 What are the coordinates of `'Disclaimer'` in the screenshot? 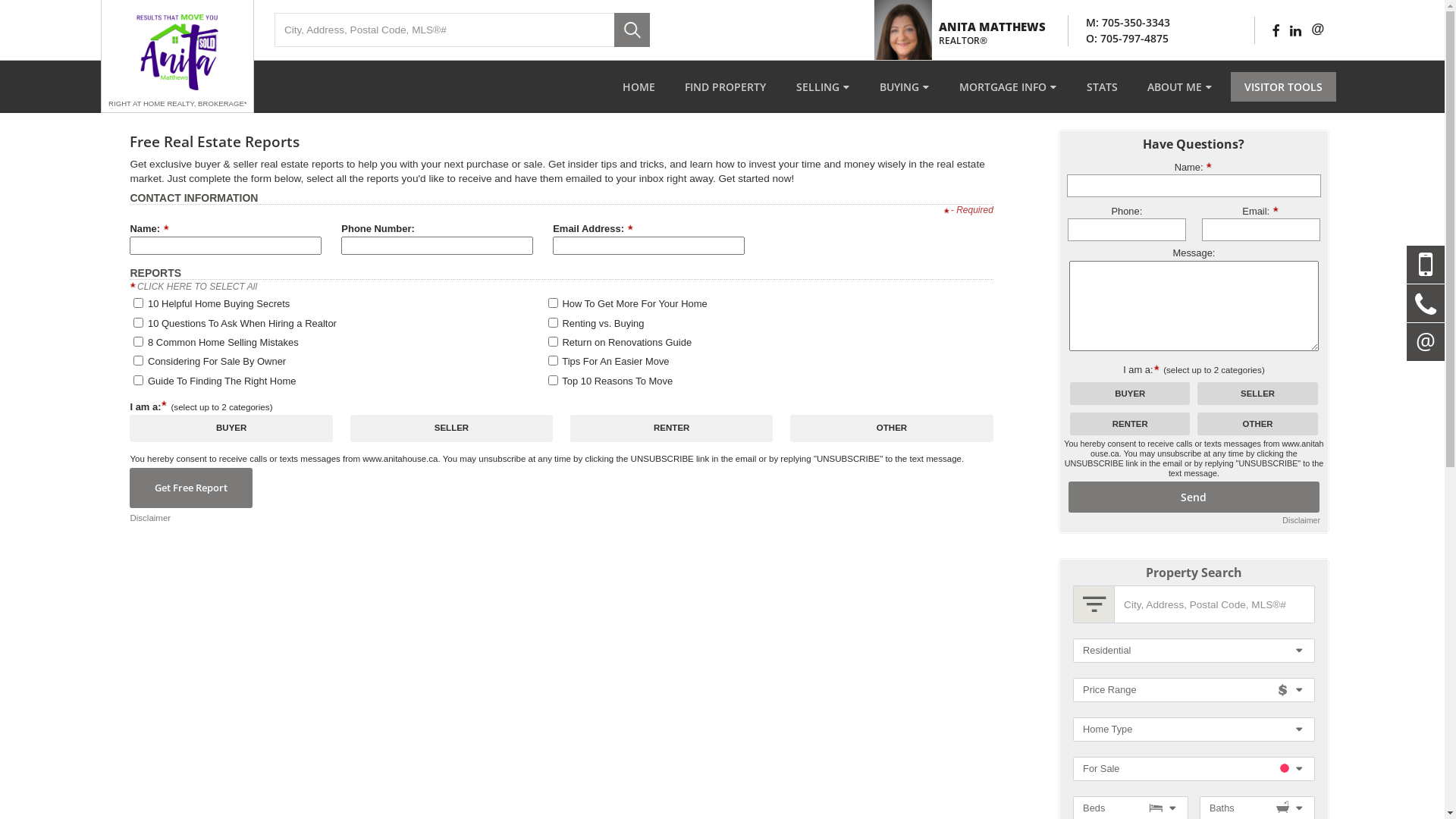 It's located at (1301, 519).